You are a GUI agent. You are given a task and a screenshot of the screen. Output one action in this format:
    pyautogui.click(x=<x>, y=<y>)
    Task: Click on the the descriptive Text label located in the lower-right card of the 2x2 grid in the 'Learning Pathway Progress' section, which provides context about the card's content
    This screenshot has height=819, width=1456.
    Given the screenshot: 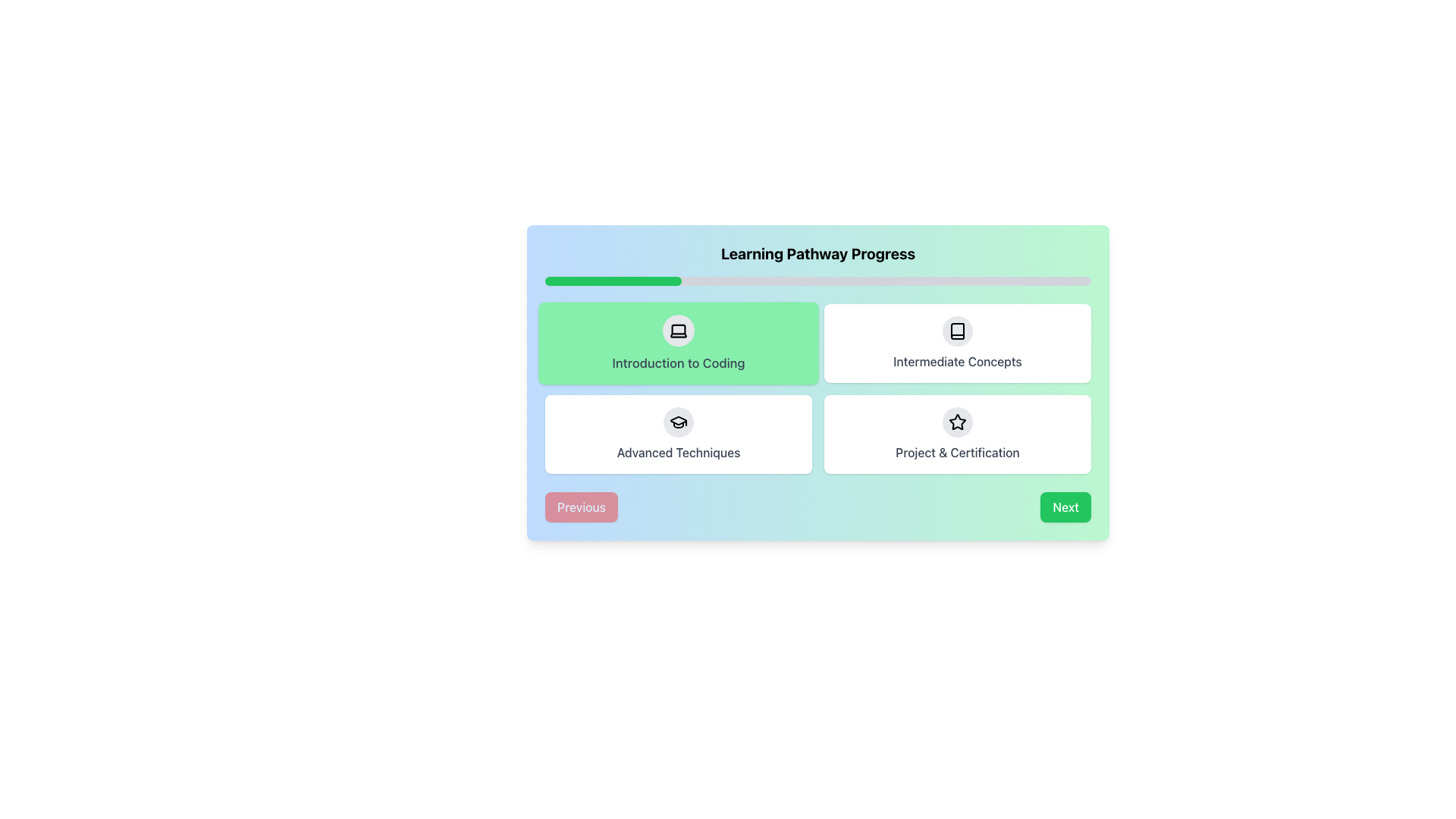 What is the action you would take?
    pyautogui.click(x=956, y=452)
    